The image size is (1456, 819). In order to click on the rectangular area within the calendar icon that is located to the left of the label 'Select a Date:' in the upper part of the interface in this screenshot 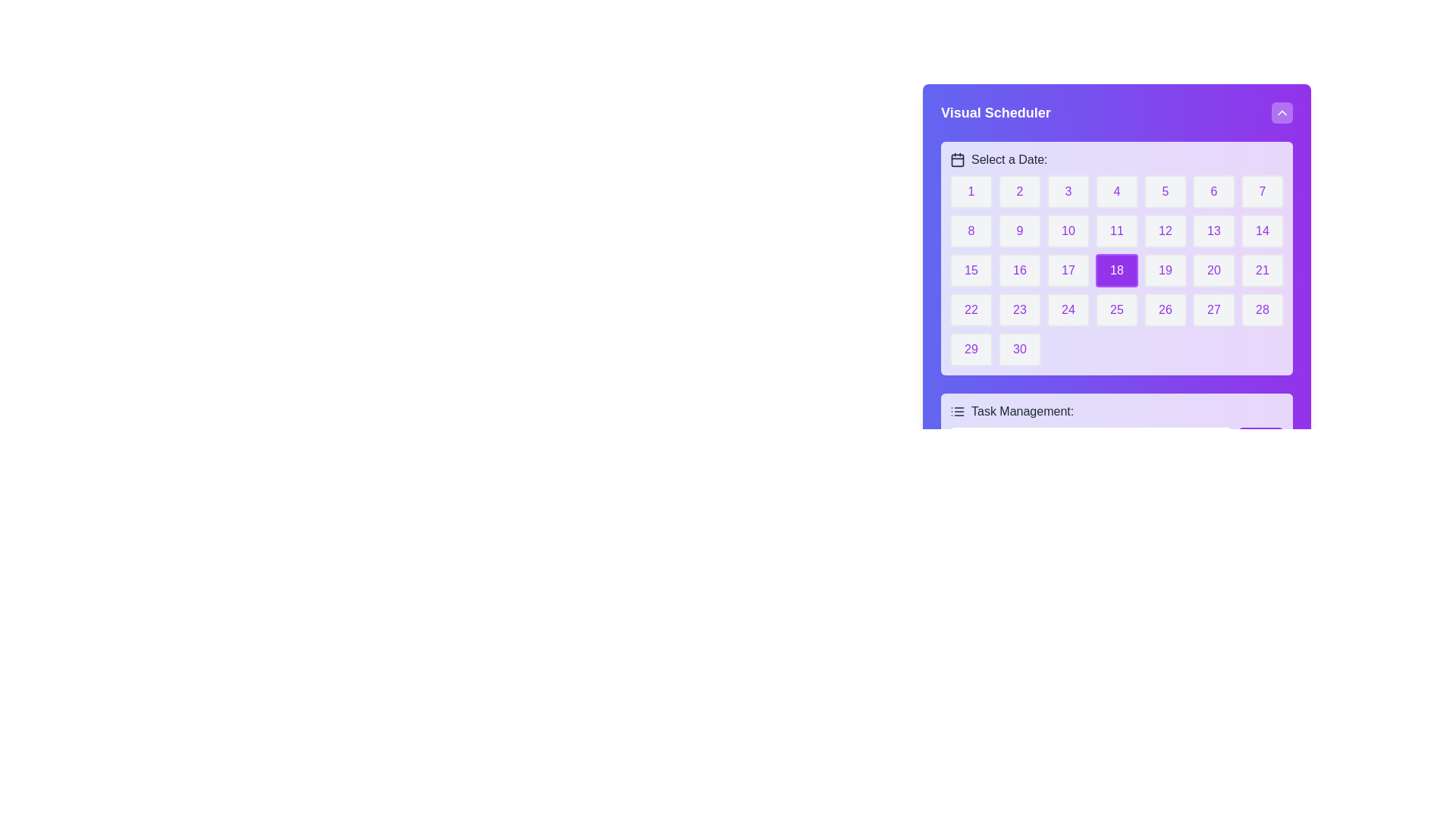, I will do `click(956, 160)`.